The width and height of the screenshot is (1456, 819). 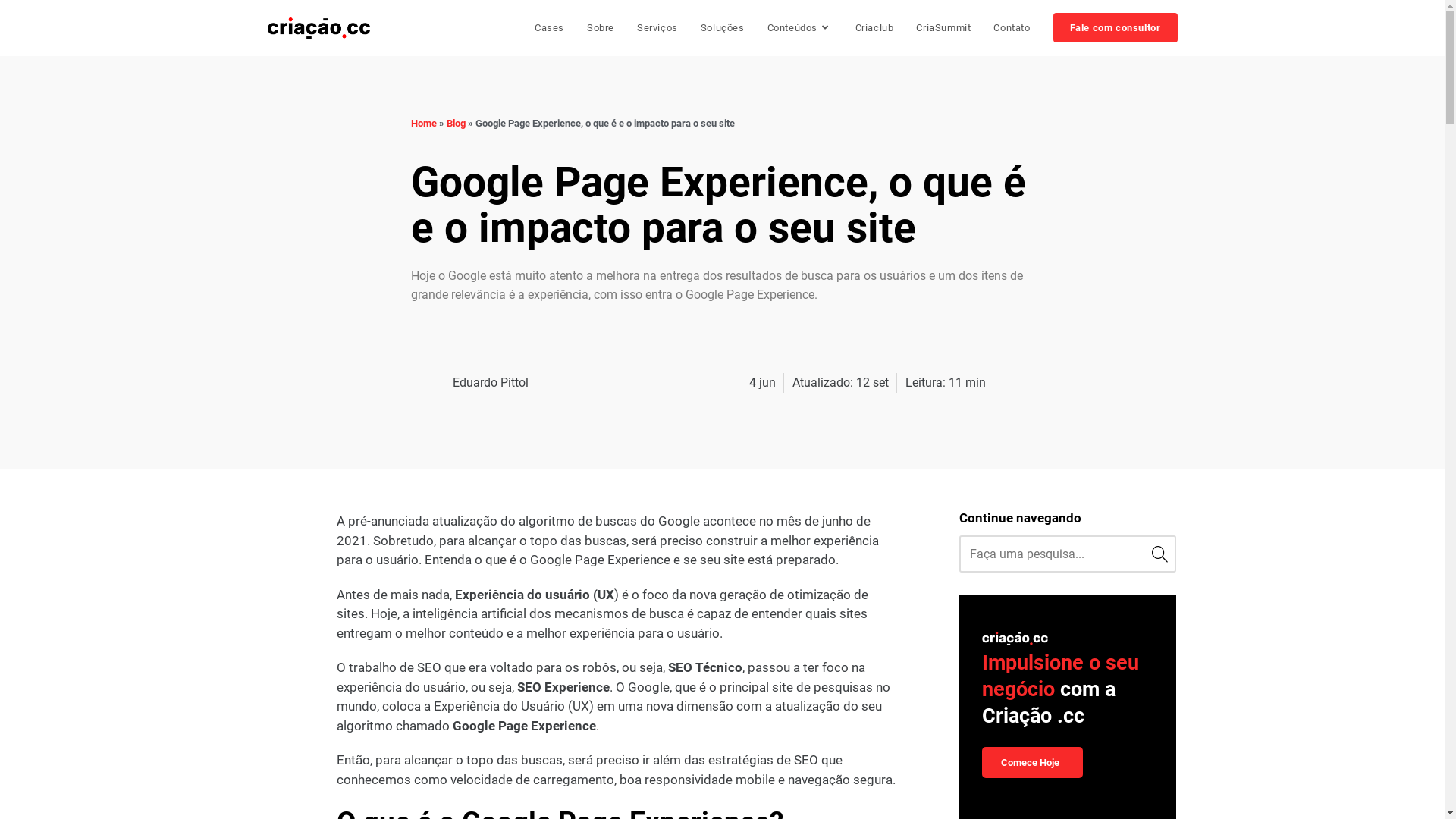 What do you see at coordinates (454, 122) in the screenshot?
I see `'Blog'` at bounding box center [454, 122].